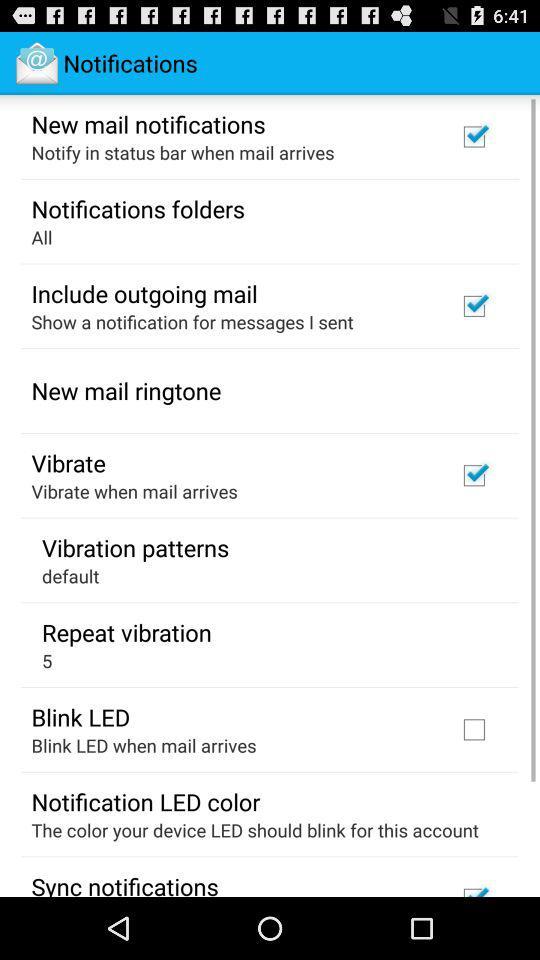 The height and width of the screenshot is (960, 540). I want to click on the app below all item, so click(143, 292).